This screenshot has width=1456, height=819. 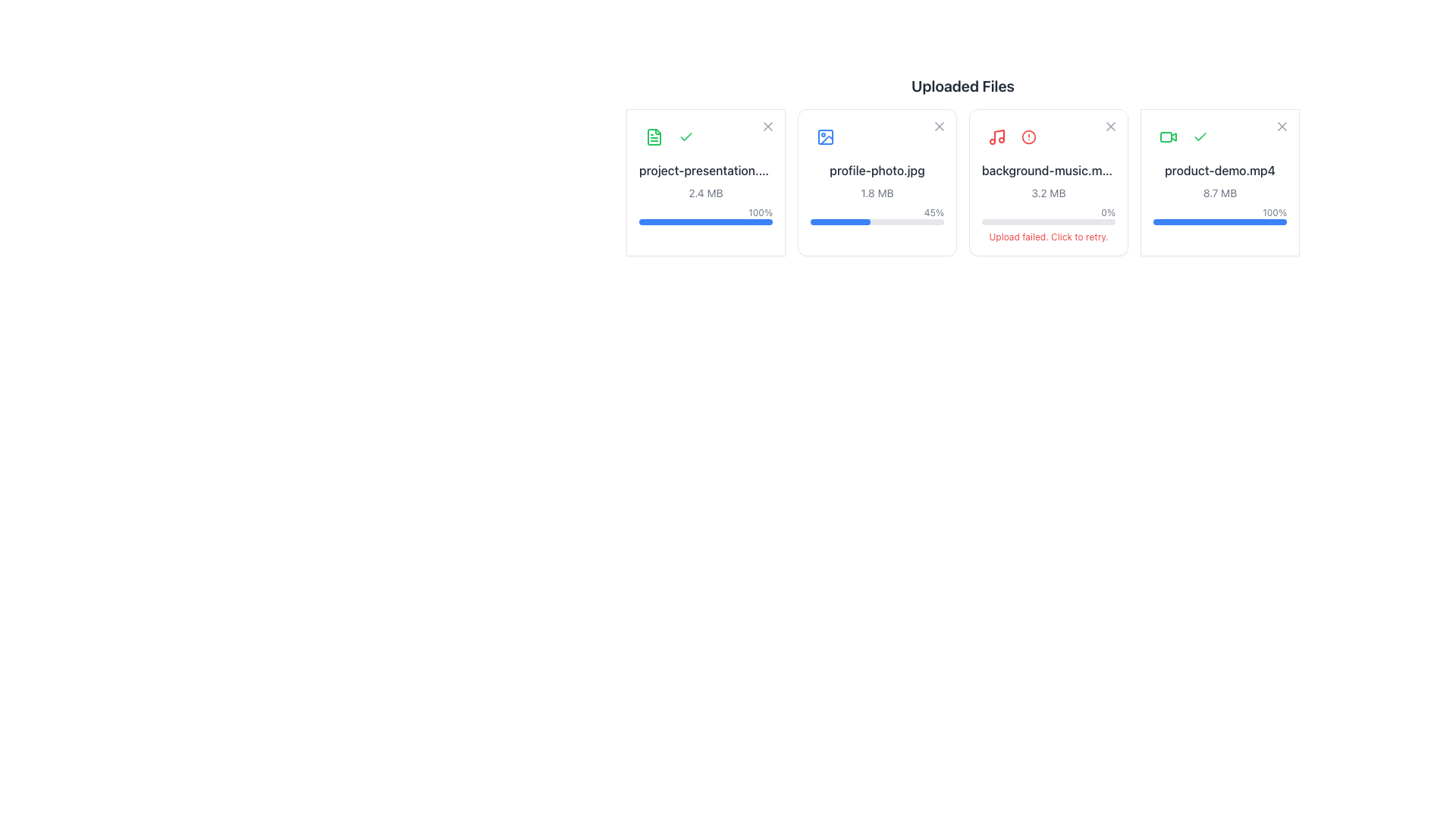 I want to click on the video camera icon with a green color theme located in the rightmost file card of the 'Uploaded Files' section, so click(x=1167, y=137).